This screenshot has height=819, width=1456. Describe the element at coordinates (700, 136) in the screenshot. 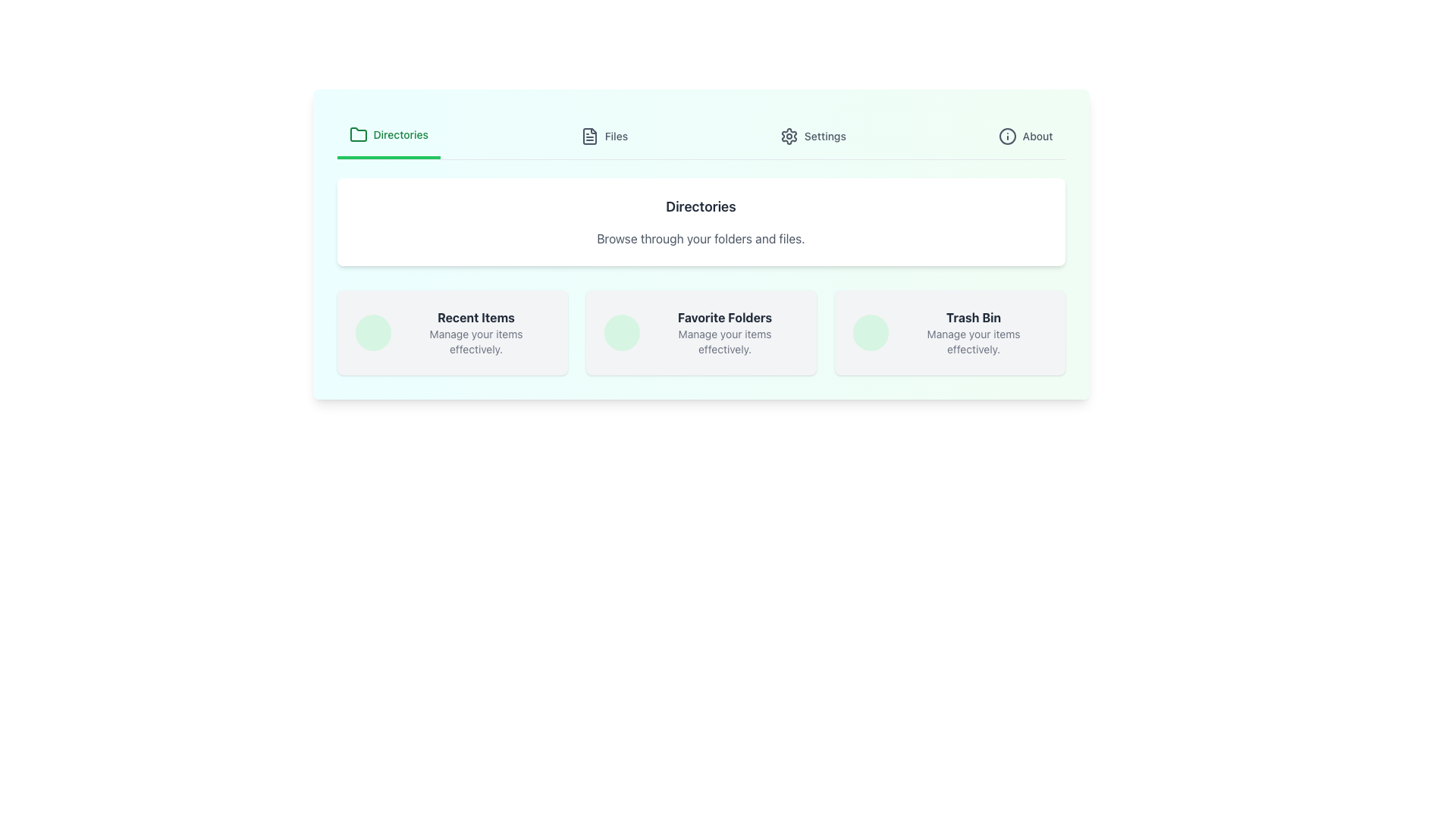

I see `the Navigation Bar at the top center of the interface to view the included labels and icons` at that location.